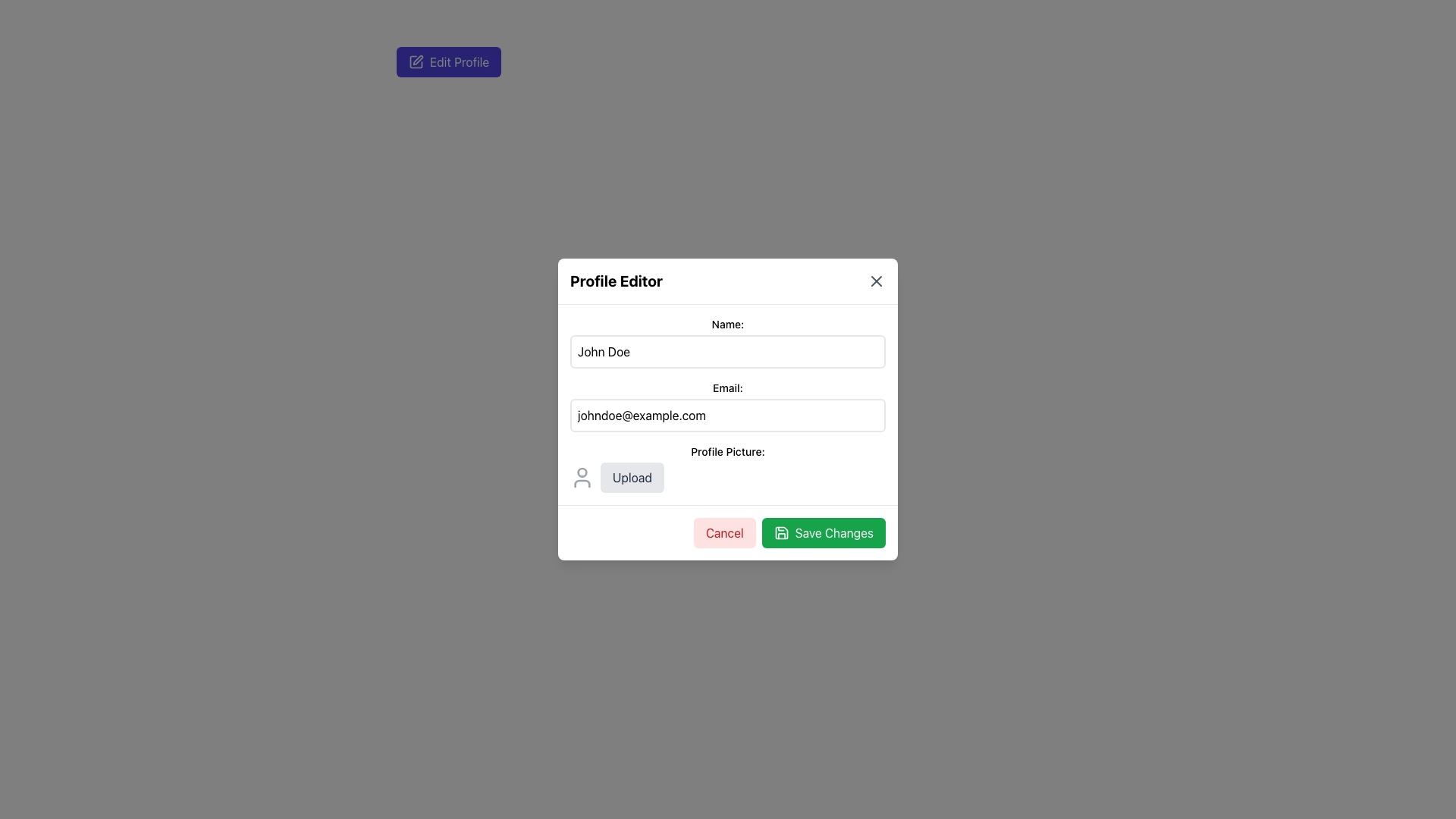 The width and height of the screenshot is (1456, 819). Describe the element at coordinates (728, 406) in the screenshot. I see `the Email input field in the Profile Editor form to focus on it` at that location.